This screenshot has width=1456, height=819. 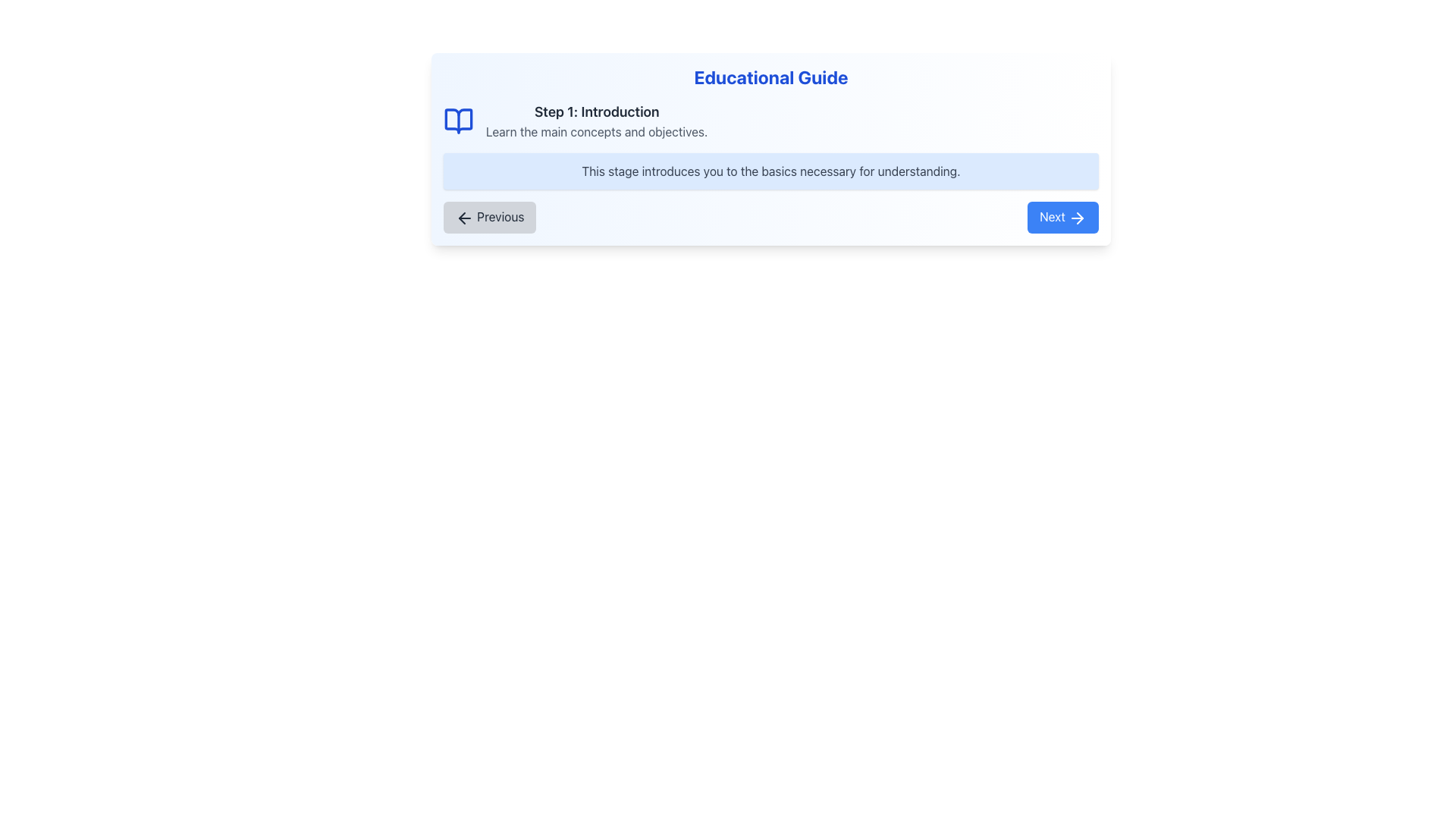 I want to click on the left-pointing arrow icon within the circular button located at the bottom left corner of the navigation bar, near the 'Previous' text, so click(x=461, y=218).